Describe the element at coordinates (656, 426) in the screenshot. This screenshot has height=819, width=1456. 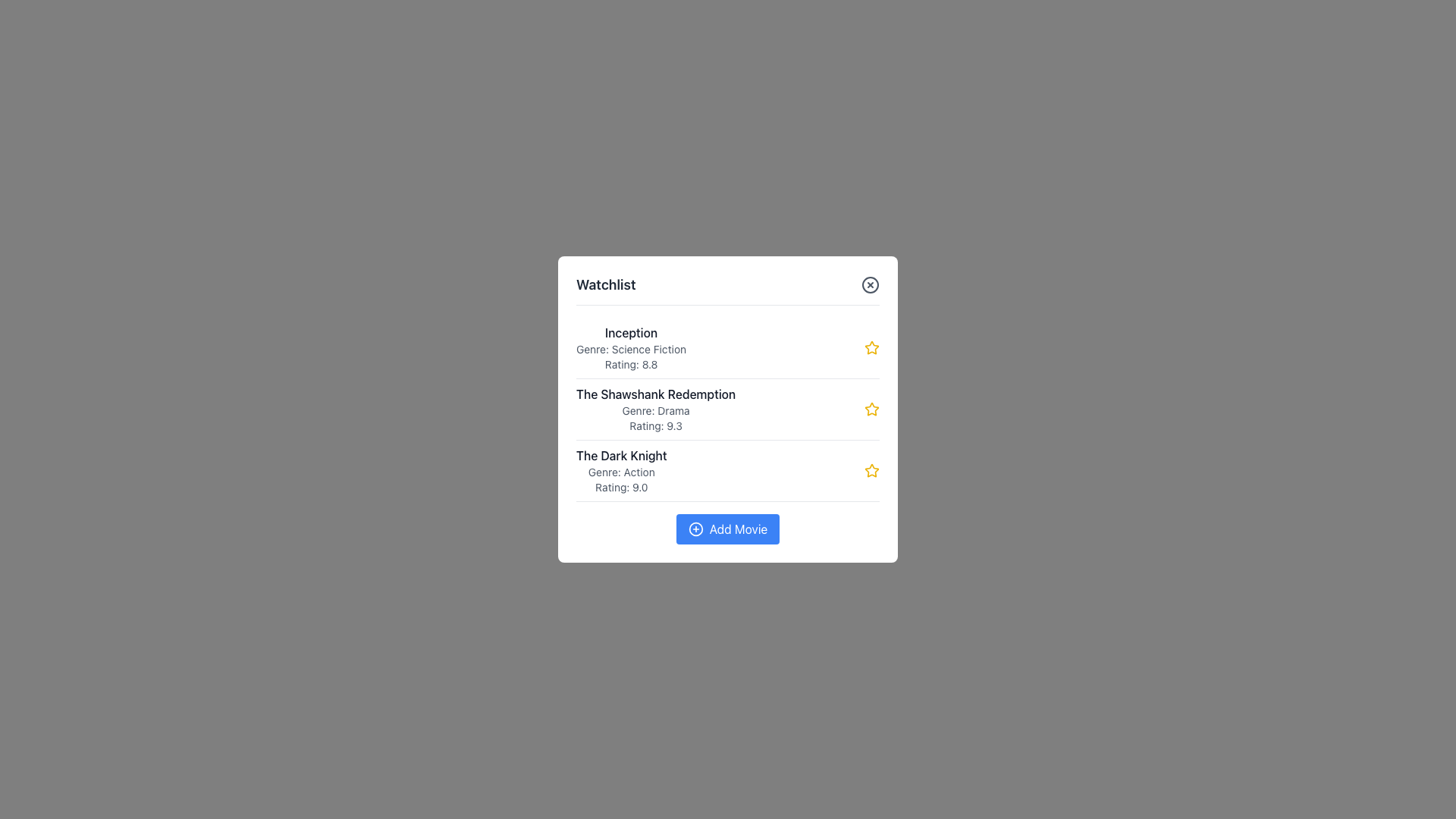
I see `the static text label that informs users about the movie's rating for 'The Shawshank Redemption', located beneath the genre description 'Genre: Drama'` at that location.